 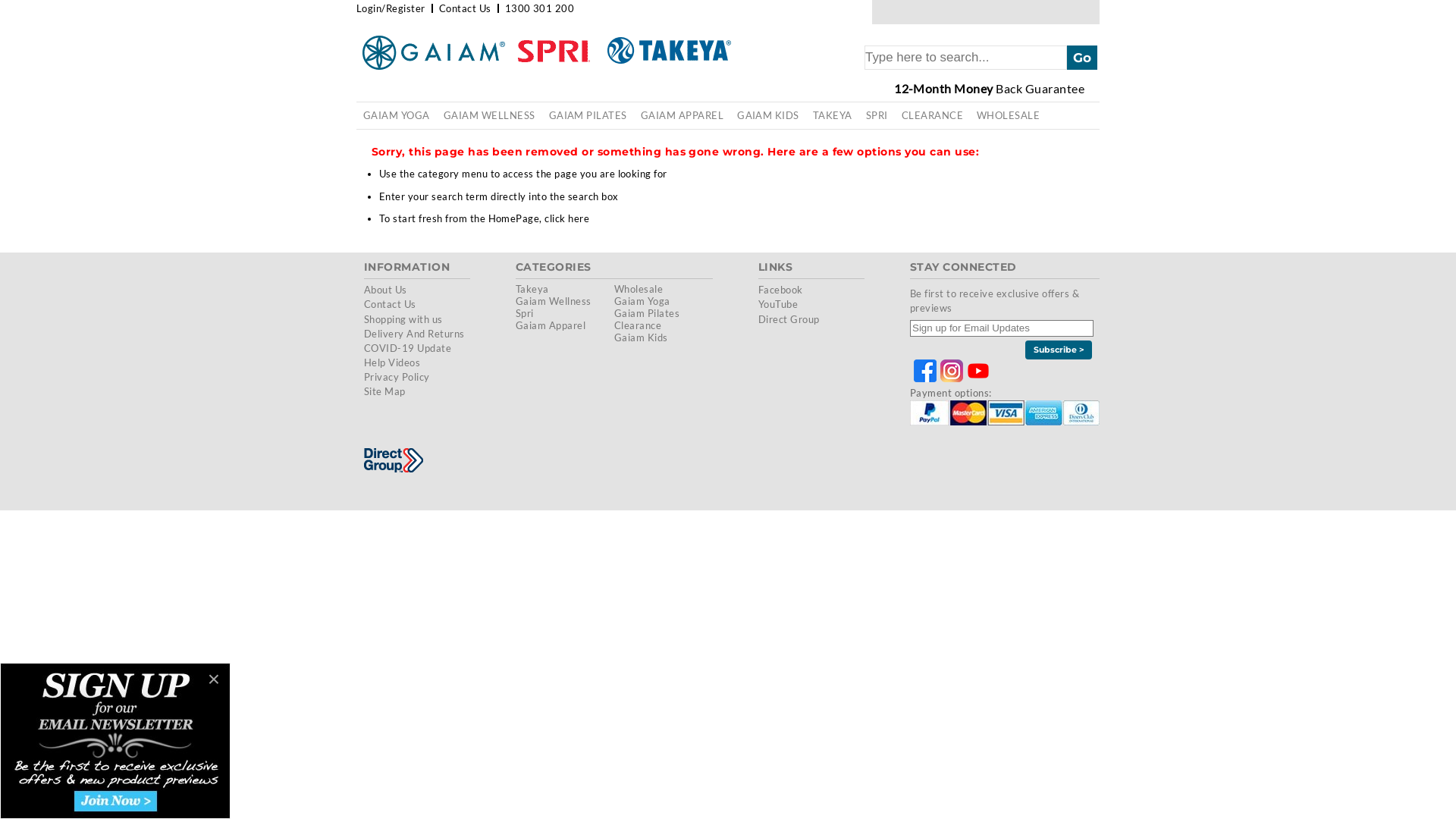 What do you see at coordinates (397, 376) in the screenshot?
I see `'Privacy Policy'` at bounding box center [397, 376].